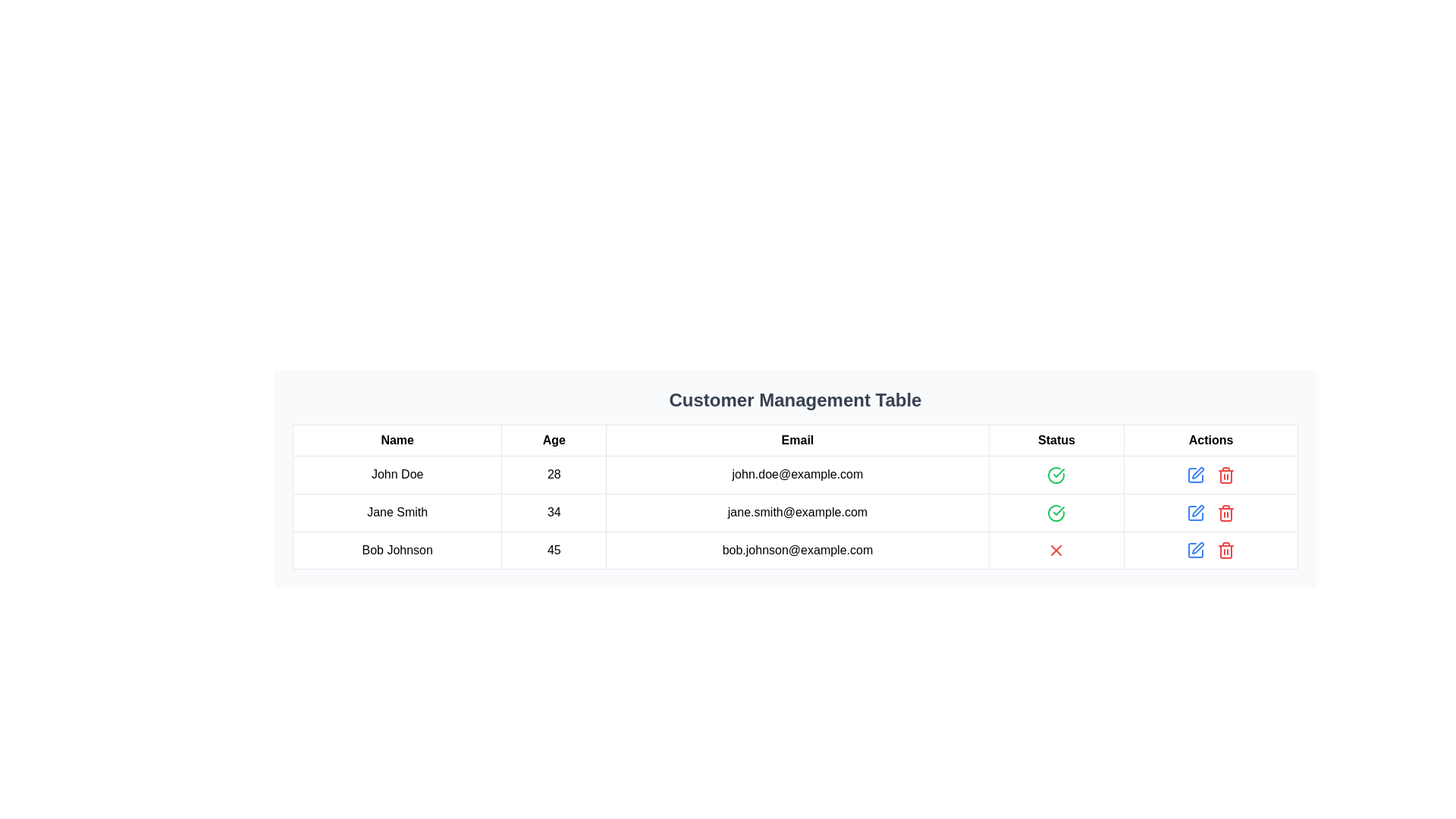 The width and height of the screenshot is (1456, 819). I want to click on the Table Header Cell displaying the text 'Age', which is styled with a bordered box layout and is located in the second column of the header row, so click(553, 441).